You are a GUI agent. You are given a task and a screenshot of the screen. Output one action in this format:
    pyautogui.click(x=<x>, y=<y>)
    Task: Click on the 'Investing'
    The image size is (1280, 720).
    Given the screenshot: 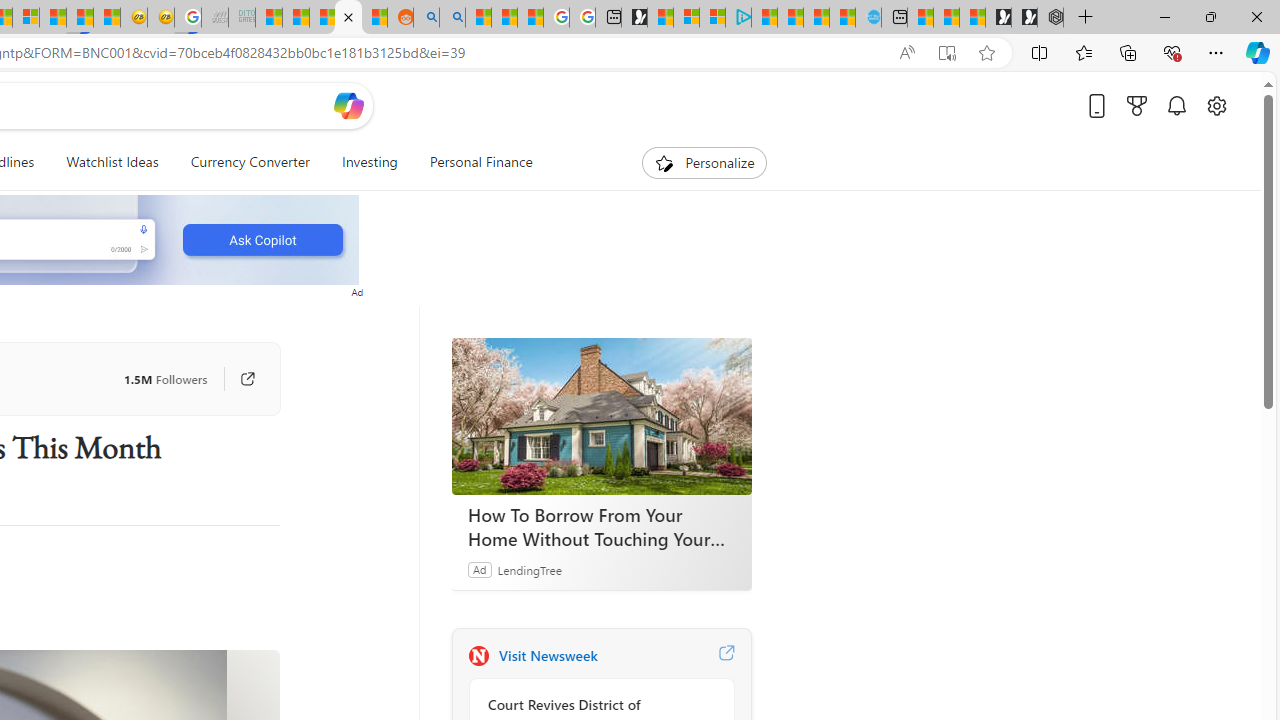 What is the action you would take?
    pyautogui.click(x=369, y=162)
    